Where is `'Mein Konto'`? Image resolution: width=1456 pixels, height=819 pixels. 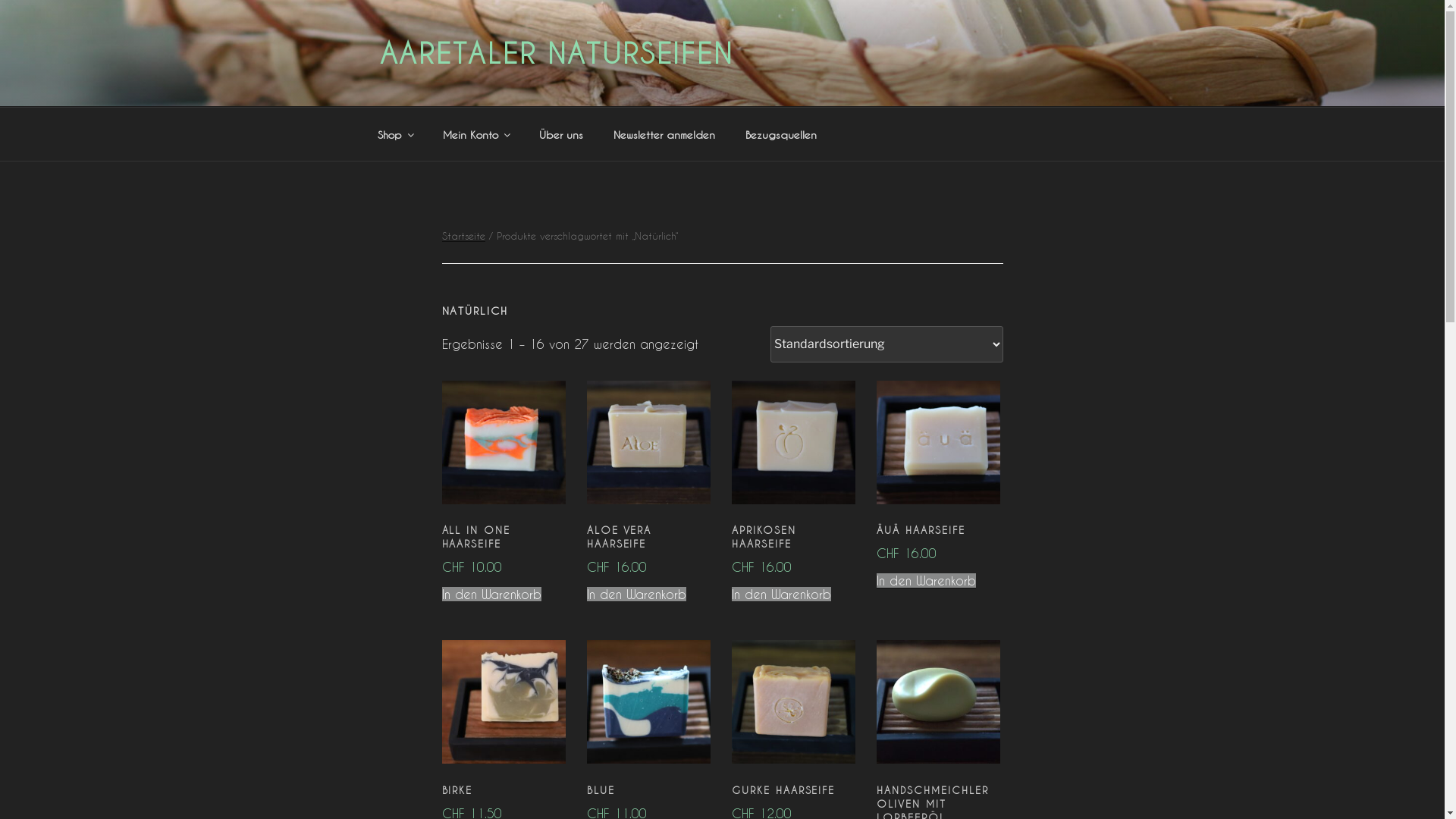
'Mein Konto' is located at coordinates (475, 133).